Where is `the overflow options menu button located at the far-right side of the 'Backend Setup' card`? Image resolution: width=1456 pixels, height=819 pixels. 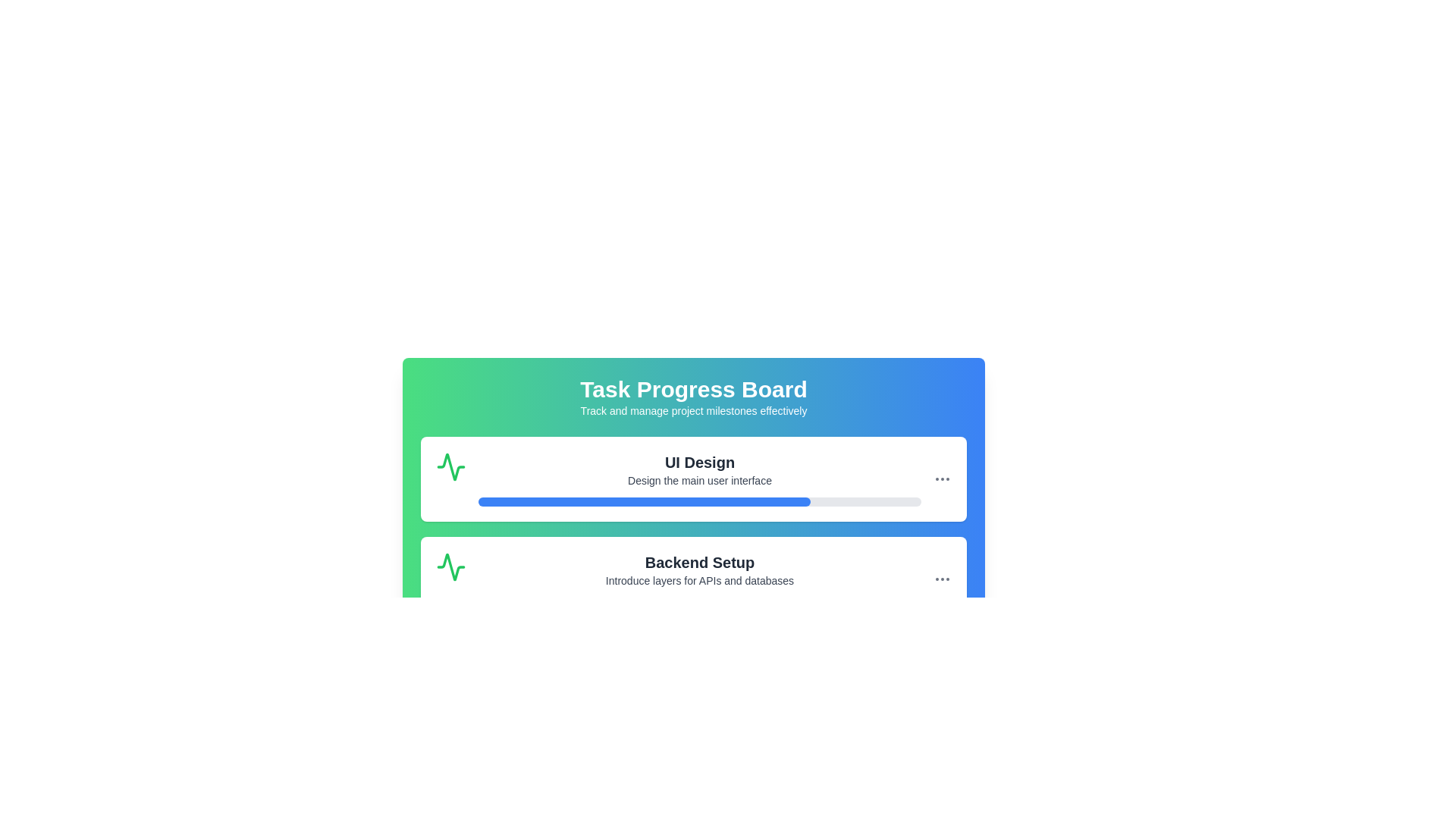
the overflow options menu button located at the far-right side of the 'Backend Setup' card is located at coordinates (942, 579).